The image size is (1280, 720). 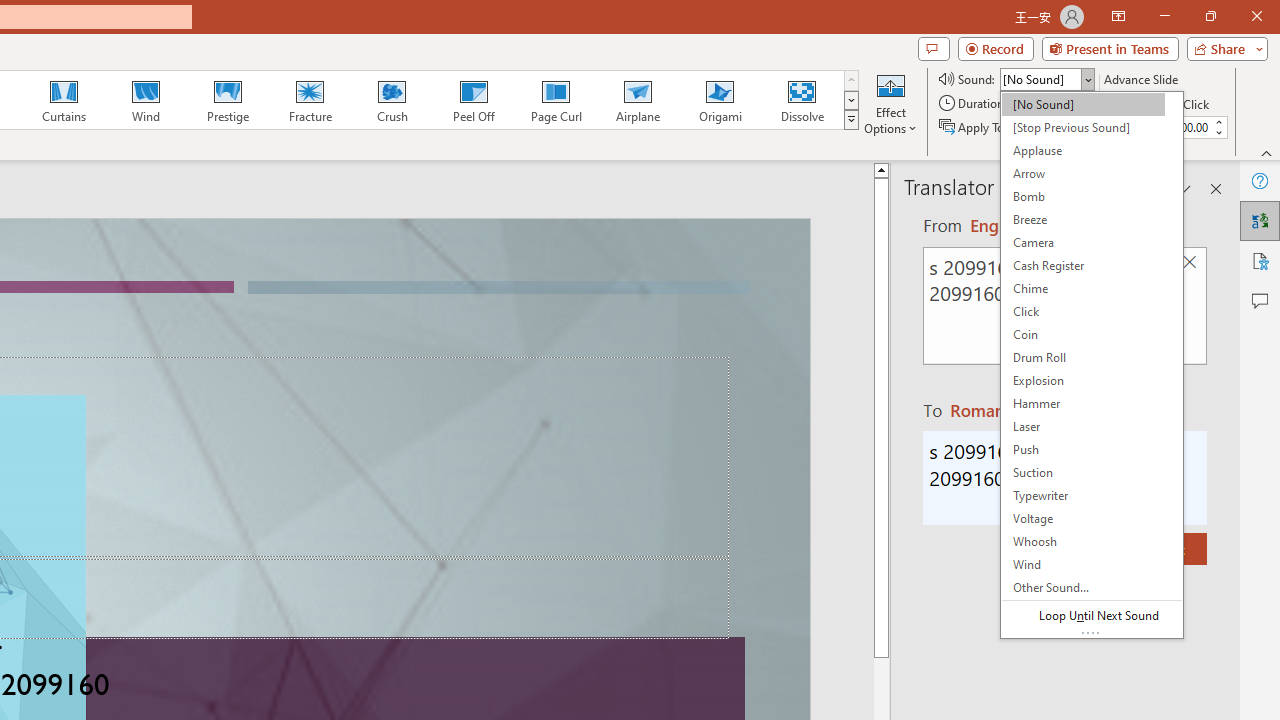 I want to click on 'Dissolve', so click(x=802, y=100).